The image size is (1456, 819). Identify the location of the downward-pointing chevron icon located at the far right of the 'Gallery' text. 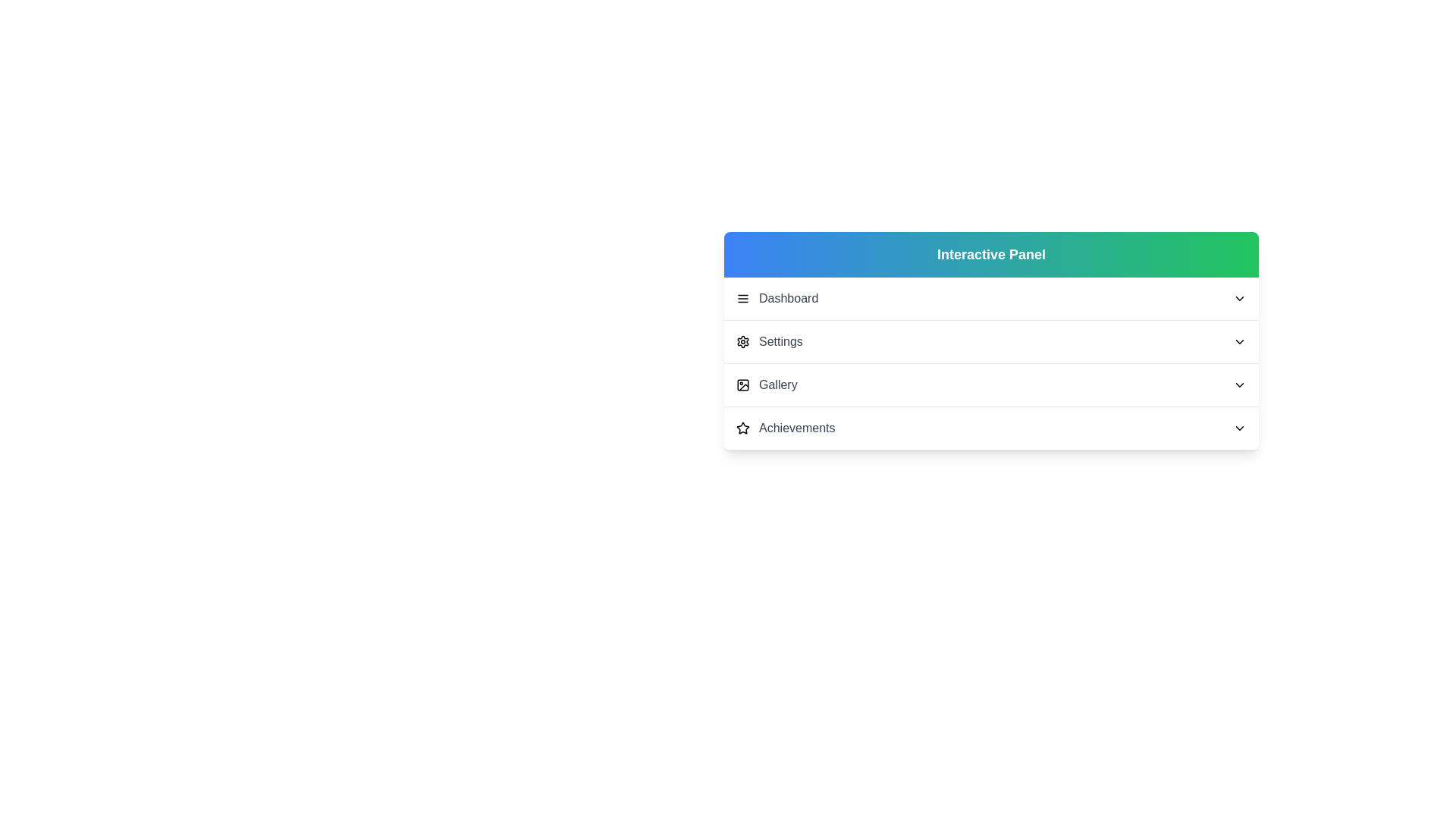
(1240, 384).